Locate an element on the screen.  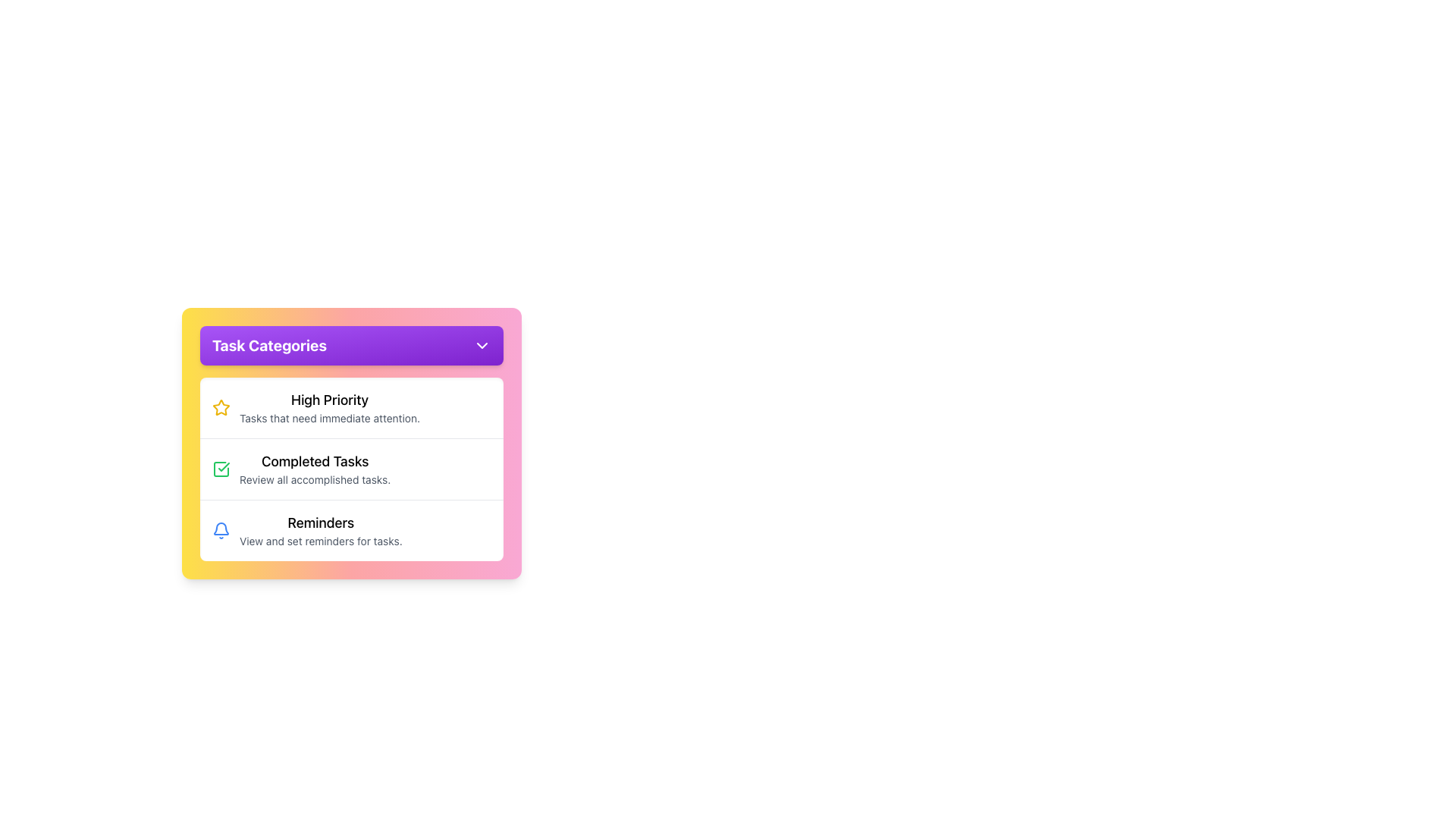
the Text Label located beneath the 'Reminders' title in the 'Task Categories' list, which provides additional information regarding its functionality is located at coordinates (320, 540).